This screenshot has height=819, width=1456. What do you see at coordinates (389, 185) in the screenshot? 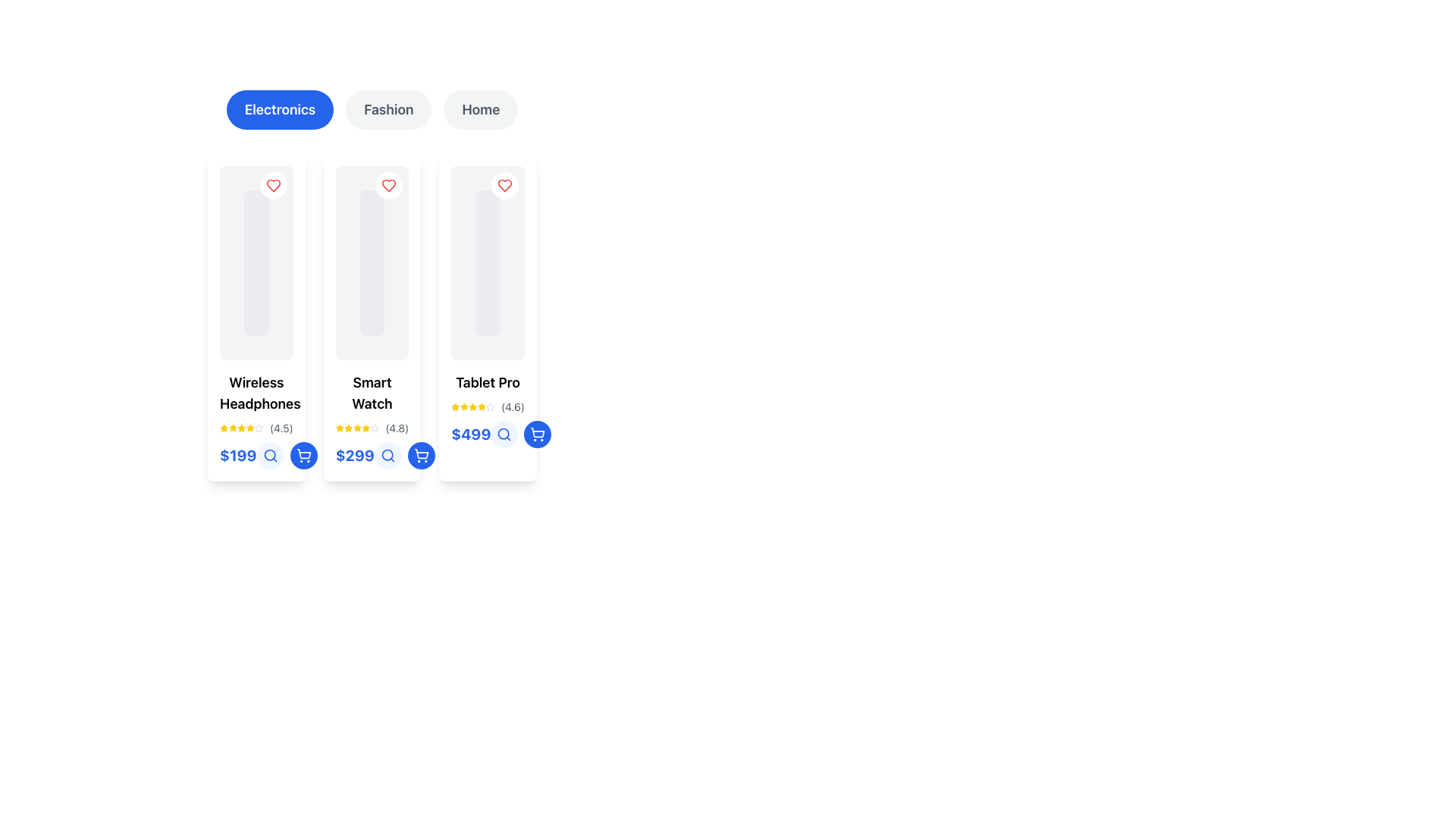
I see `the 'like' button (heart icon) located in the top-right corner of the 'Smart Watch' product item card` at bounding box center [389, 185].